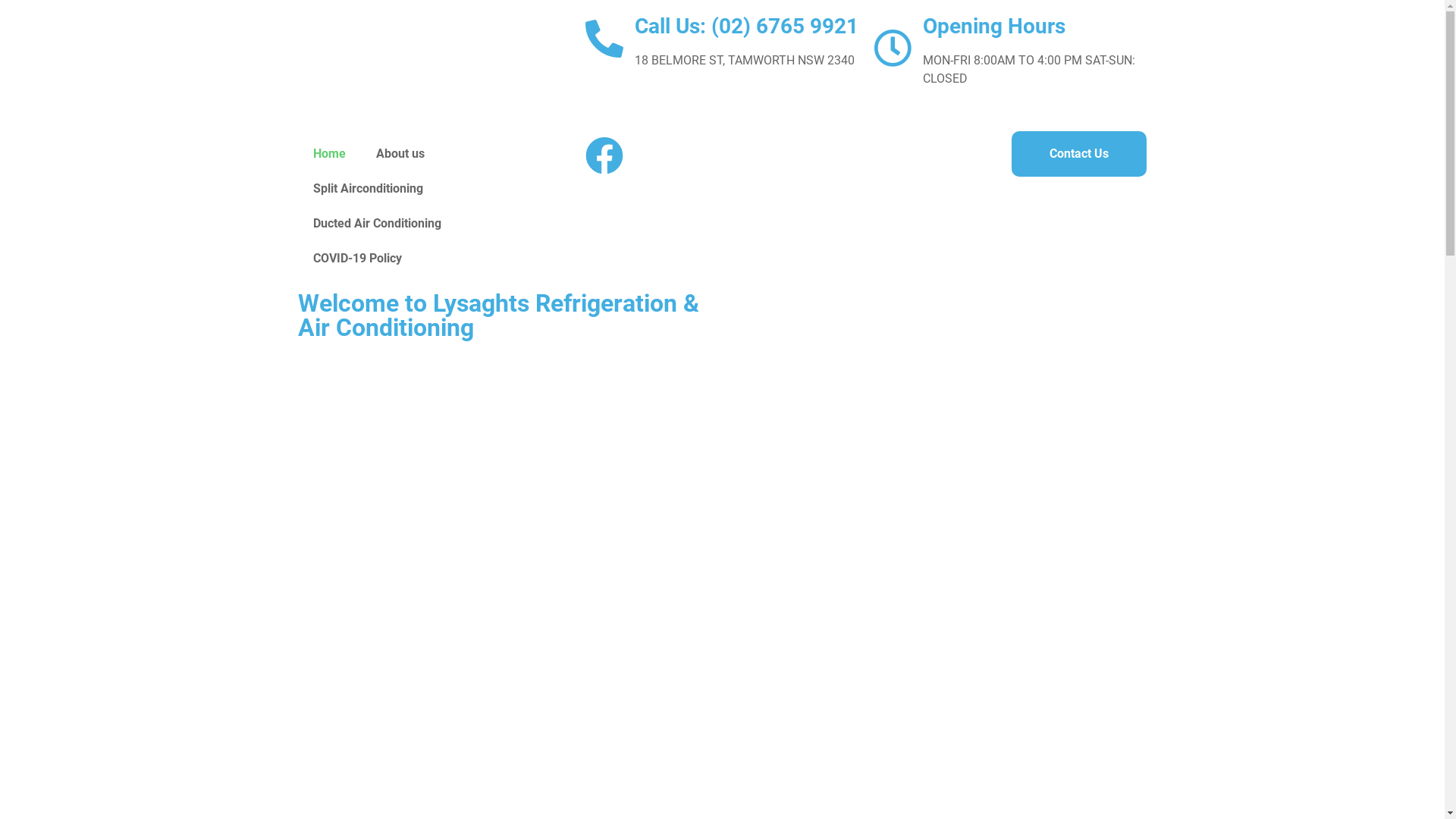  I want to click on 'About us', so click(400, 154).